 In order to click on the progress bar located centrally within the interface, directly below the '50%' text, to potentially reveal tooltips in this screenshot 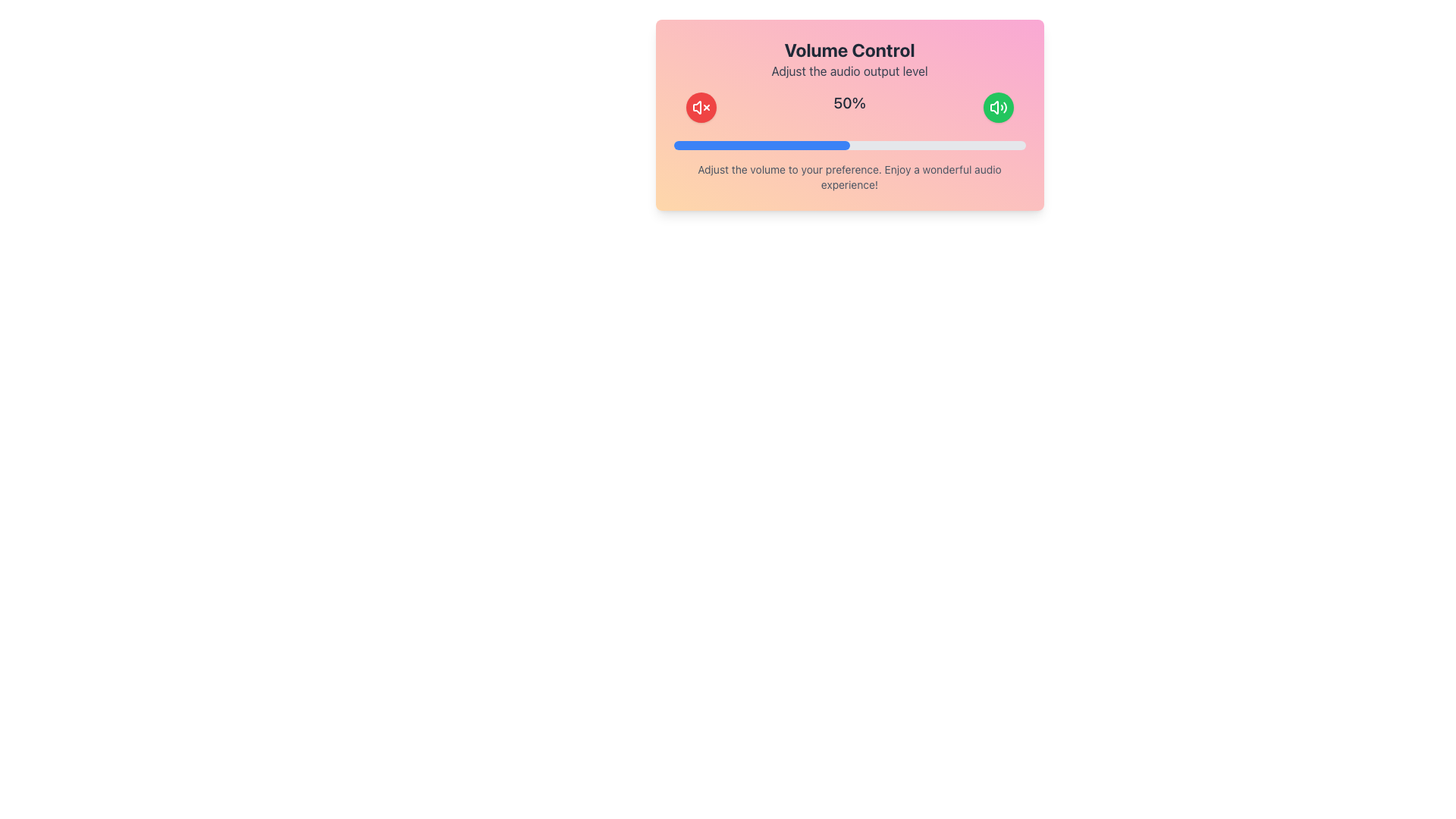, I will do `click(849, 146)`.